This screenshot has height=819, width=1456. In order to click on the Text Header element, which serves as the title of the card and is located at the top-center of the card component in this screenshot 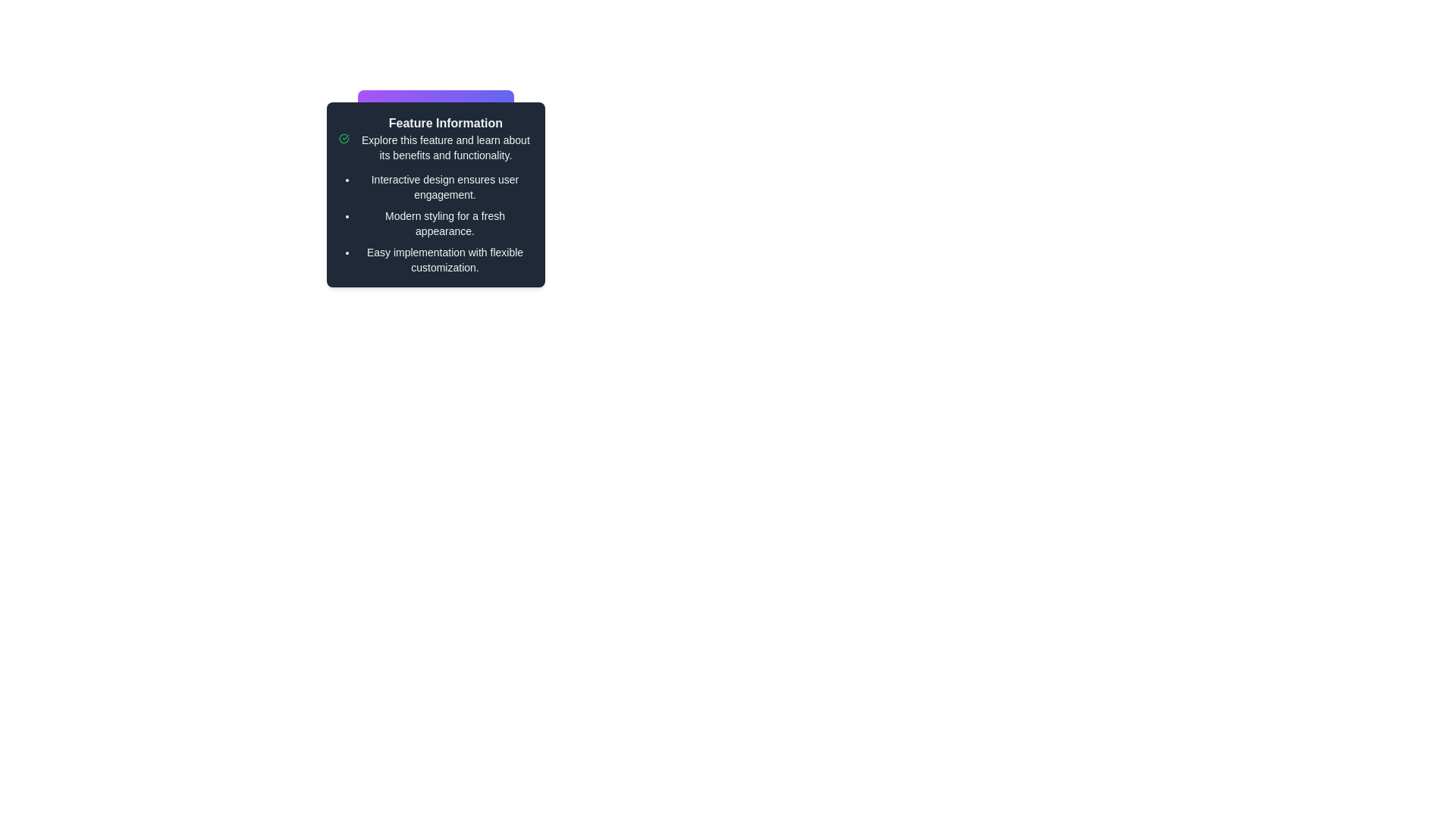, I will do `click(444, 122)`.